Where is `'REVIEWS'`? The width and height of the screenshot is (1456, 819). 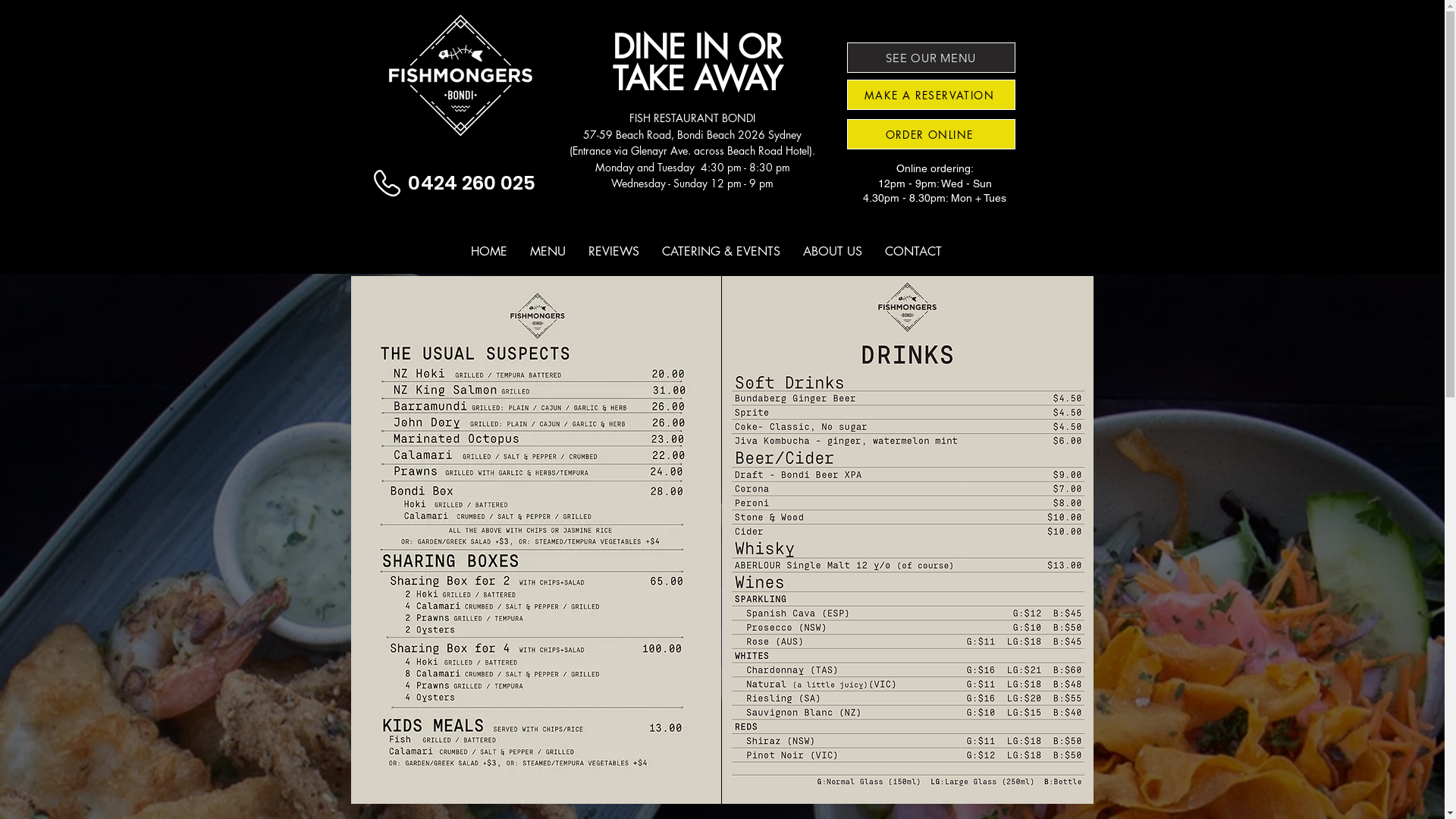
'REVIEWS' is located at coordinates (613, 250).